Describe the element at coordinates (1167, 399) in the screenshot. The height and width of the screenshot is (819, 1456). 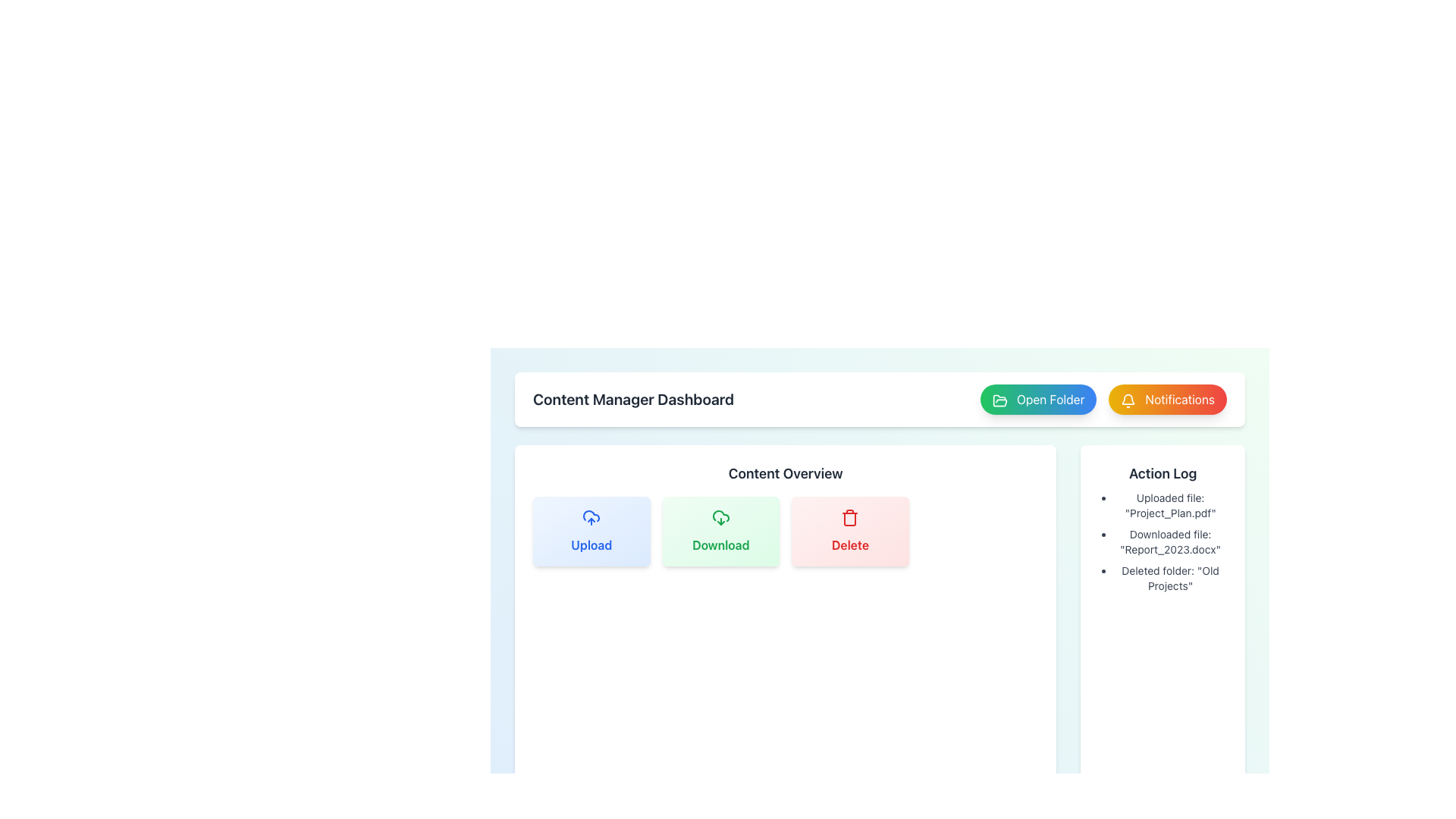
I see `the notification button located in the top-right section of the interface, immediately to the right of the 'Open Folder' button` at that location.